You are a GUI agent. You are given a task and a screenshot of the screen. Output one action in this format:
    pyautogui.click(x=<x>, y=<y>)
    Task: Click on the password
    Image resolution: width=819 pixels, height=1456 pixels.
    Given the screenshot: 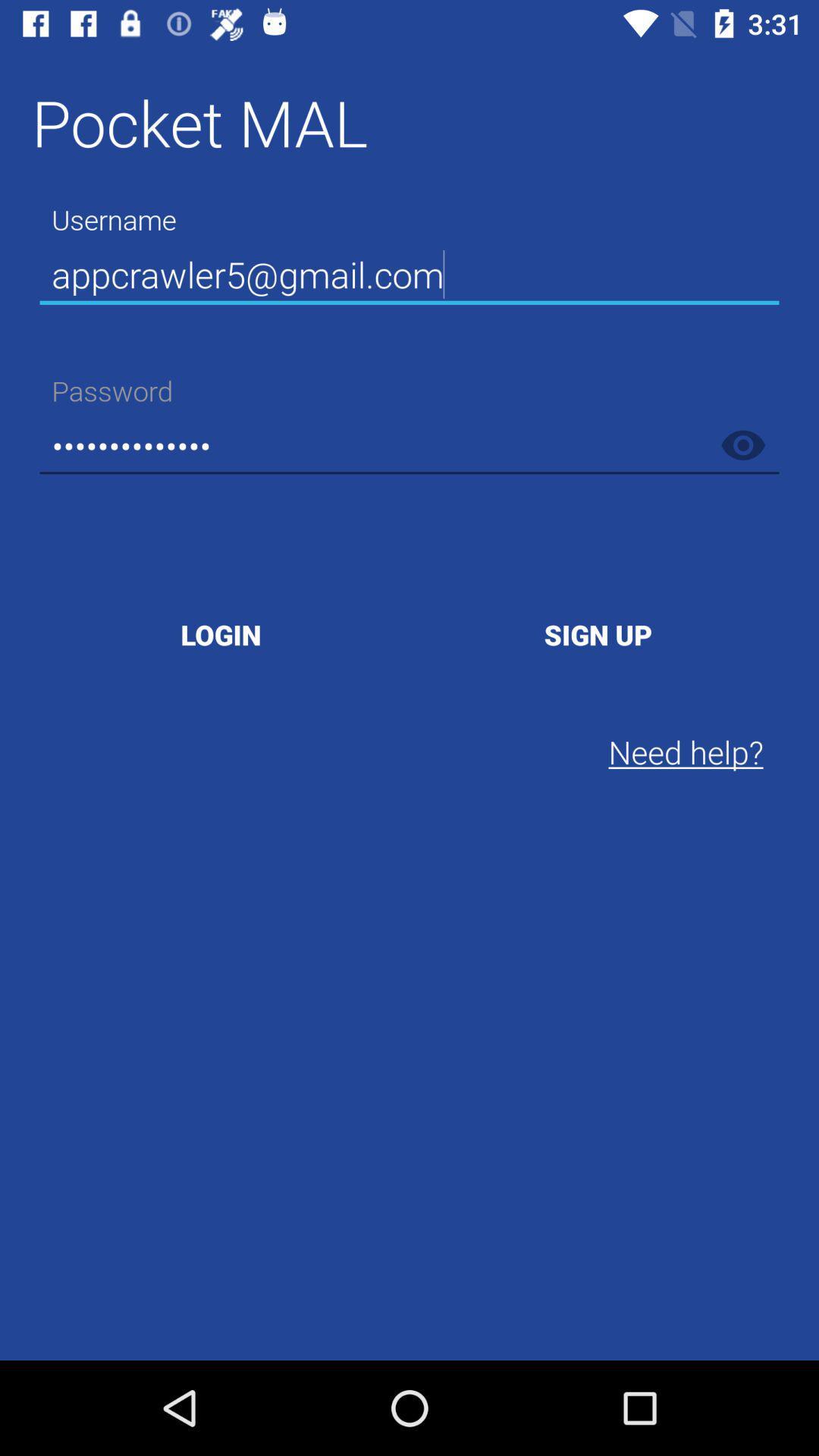 What is the action you would take?
    pyautogui.click(x=742, y=444)
    